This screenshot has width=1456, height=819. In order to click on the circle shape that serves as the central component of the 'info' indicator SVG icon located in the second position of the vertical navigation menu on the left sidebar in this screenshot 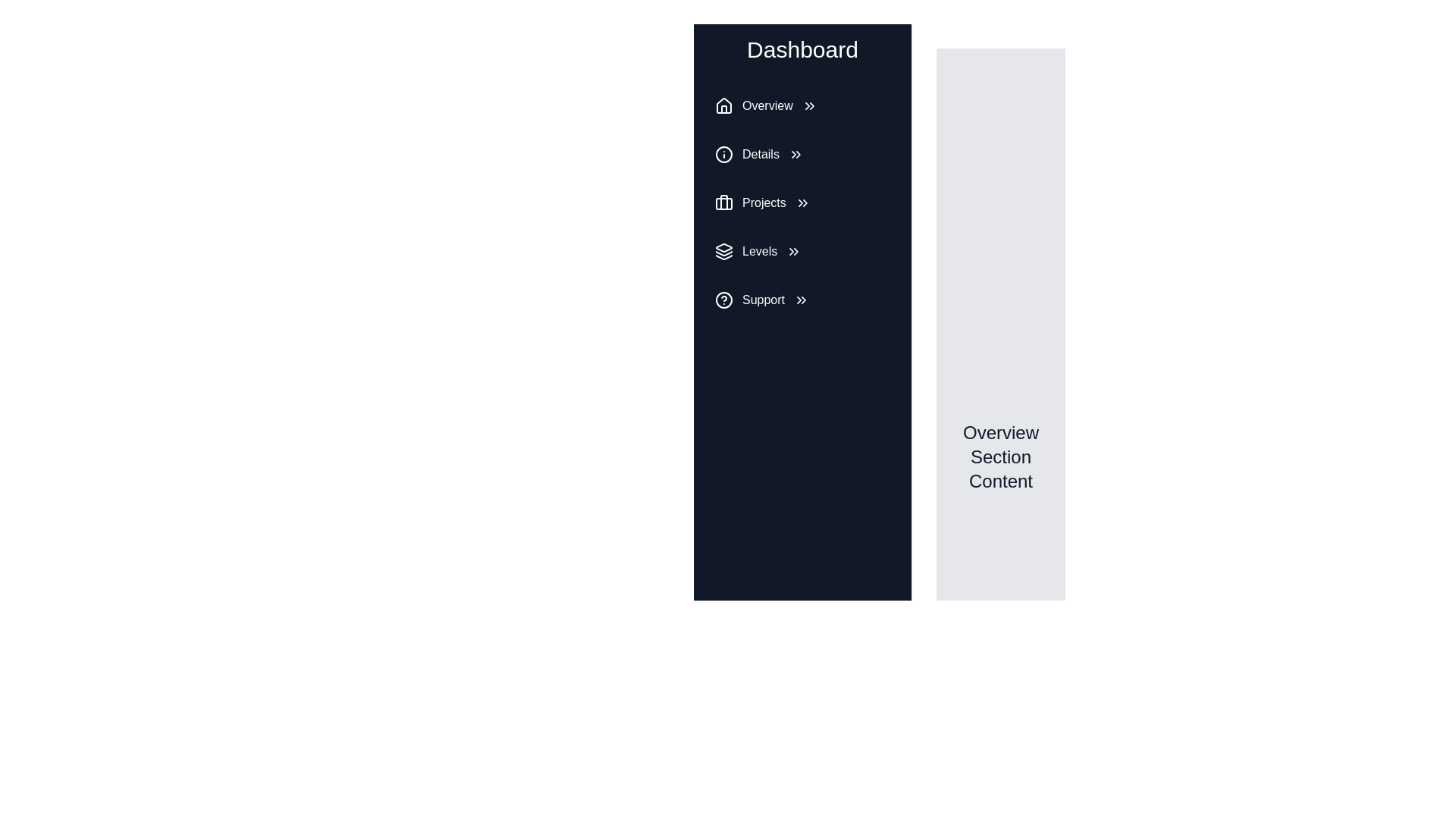, I will do `click(723, 155)`.